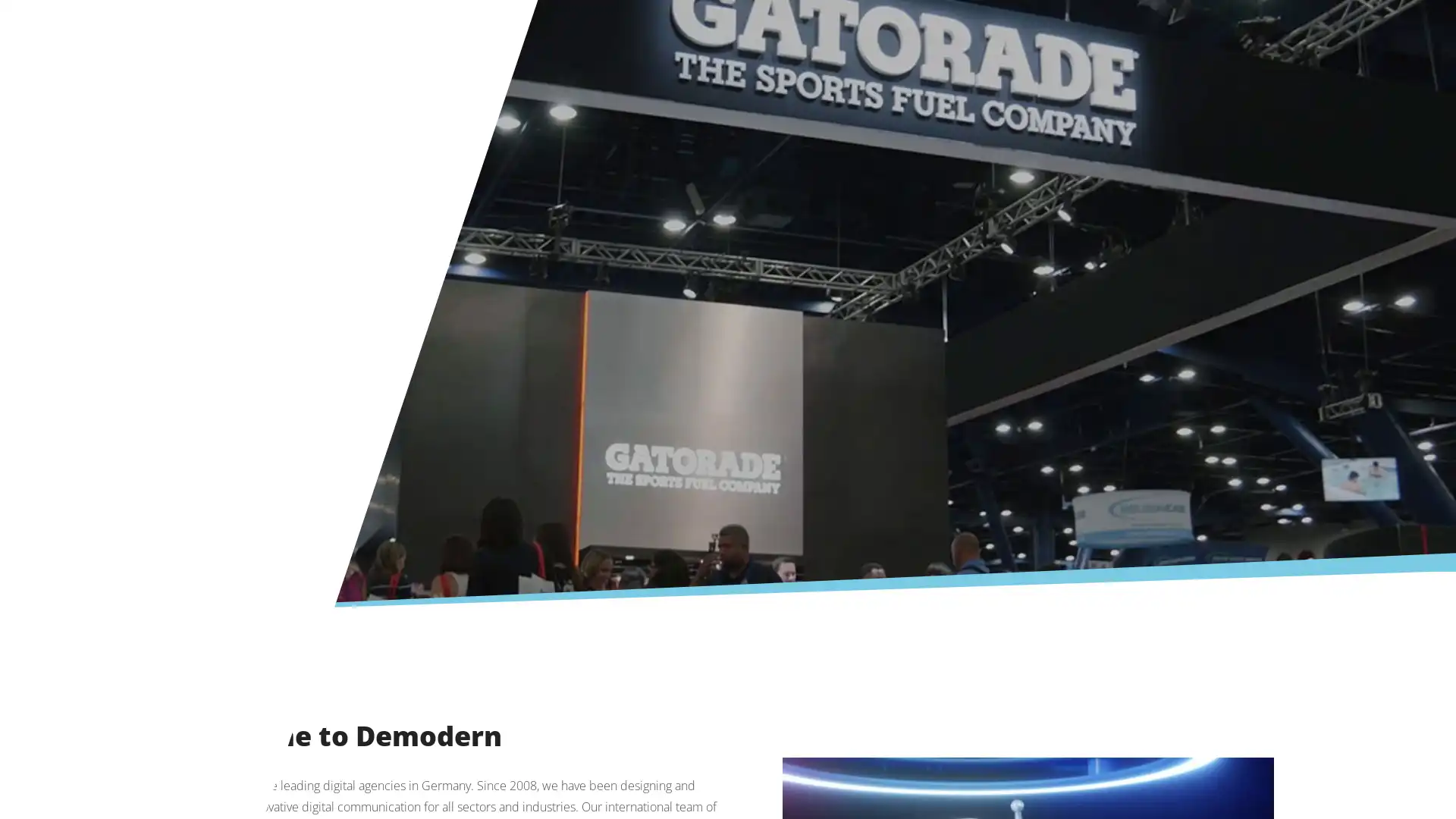 The height and width of the screenshot is (819, 1456). Describe the element at coordinates (1293, 785) in the screenshot. I see `Accept All` at that location.